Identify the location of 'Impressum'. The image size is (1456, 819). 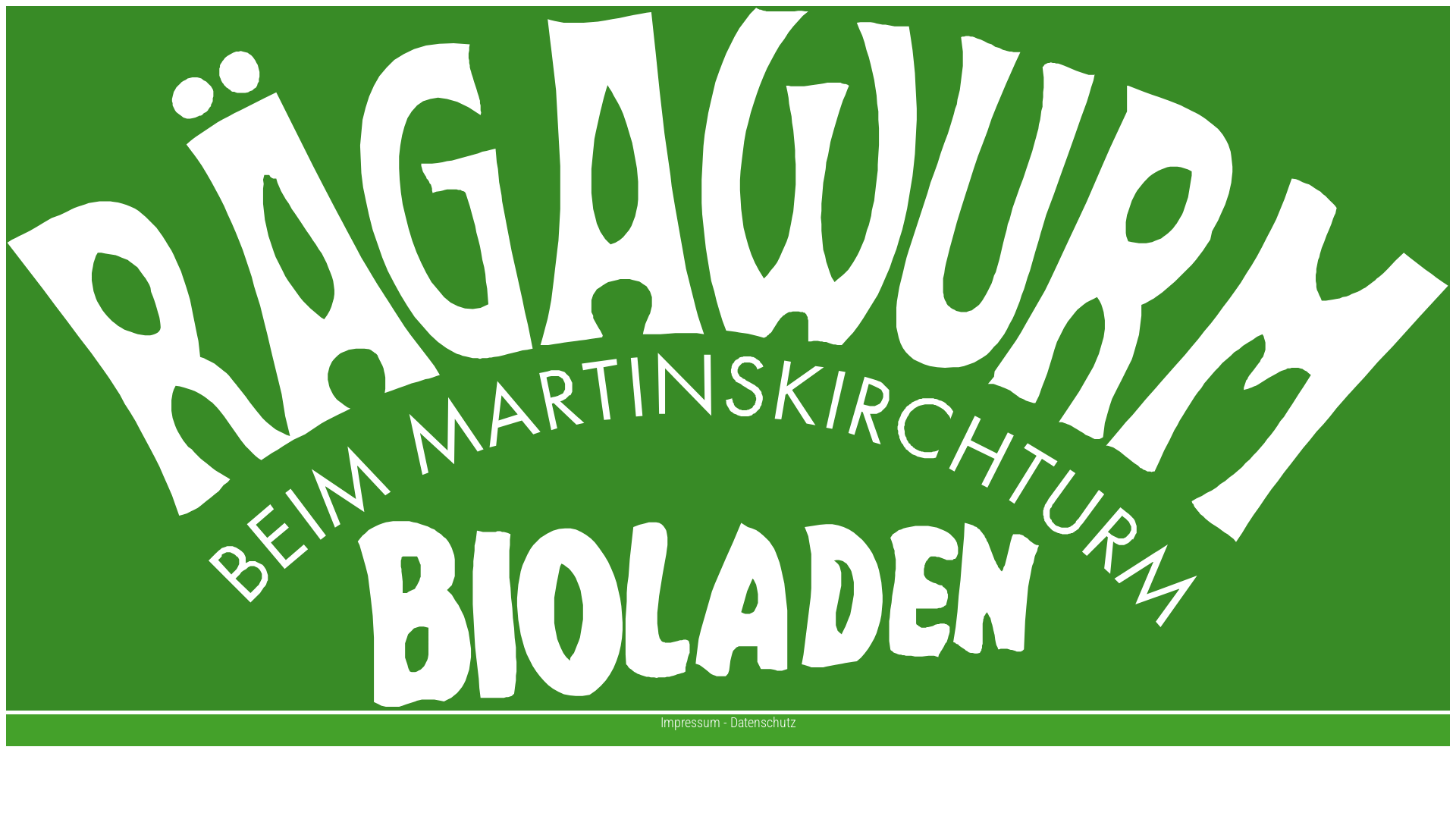
(689, 721).